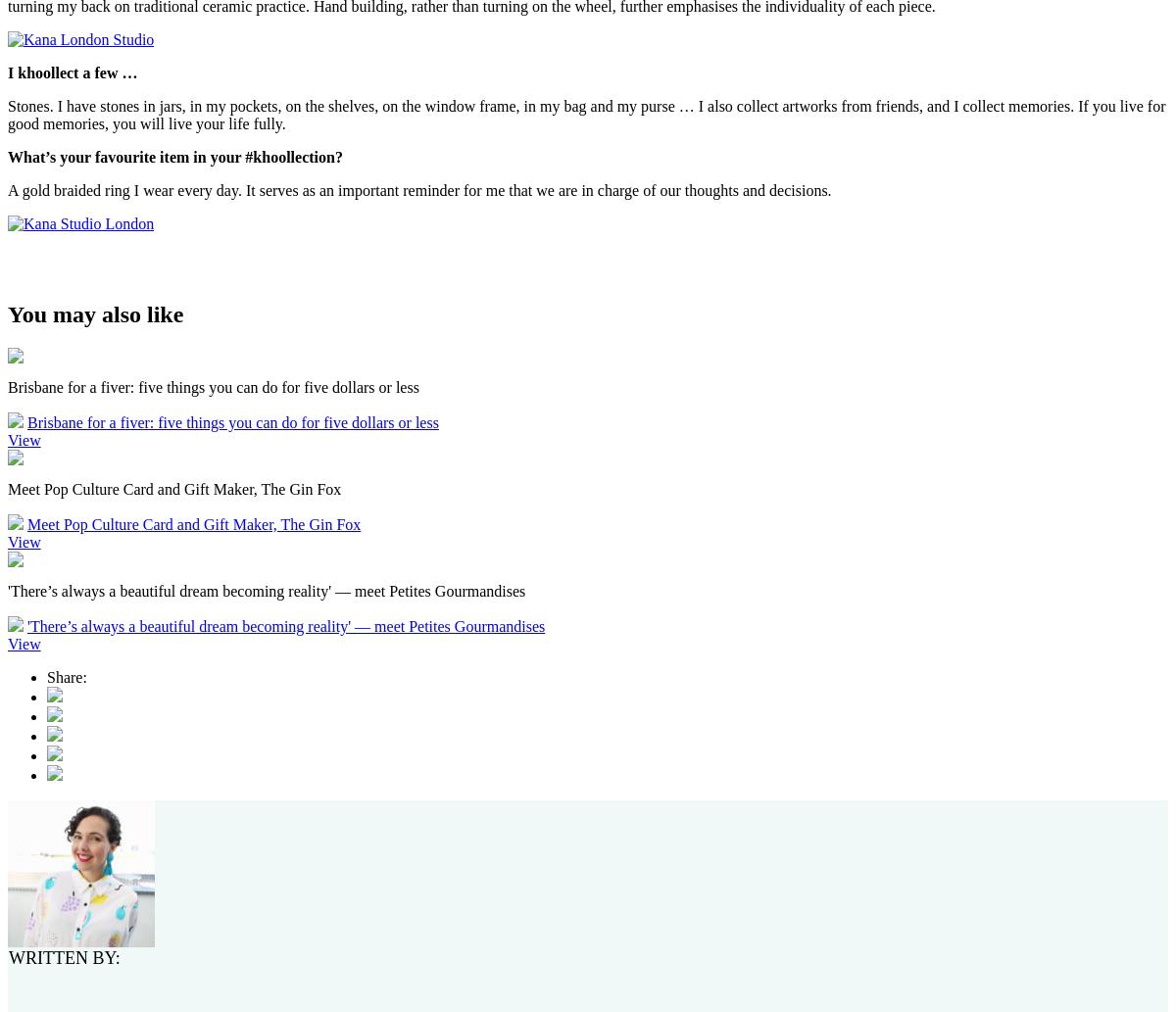  Describe the element at coordinates (67, 676) in the screenshot. I see `'Share:'` at that location.